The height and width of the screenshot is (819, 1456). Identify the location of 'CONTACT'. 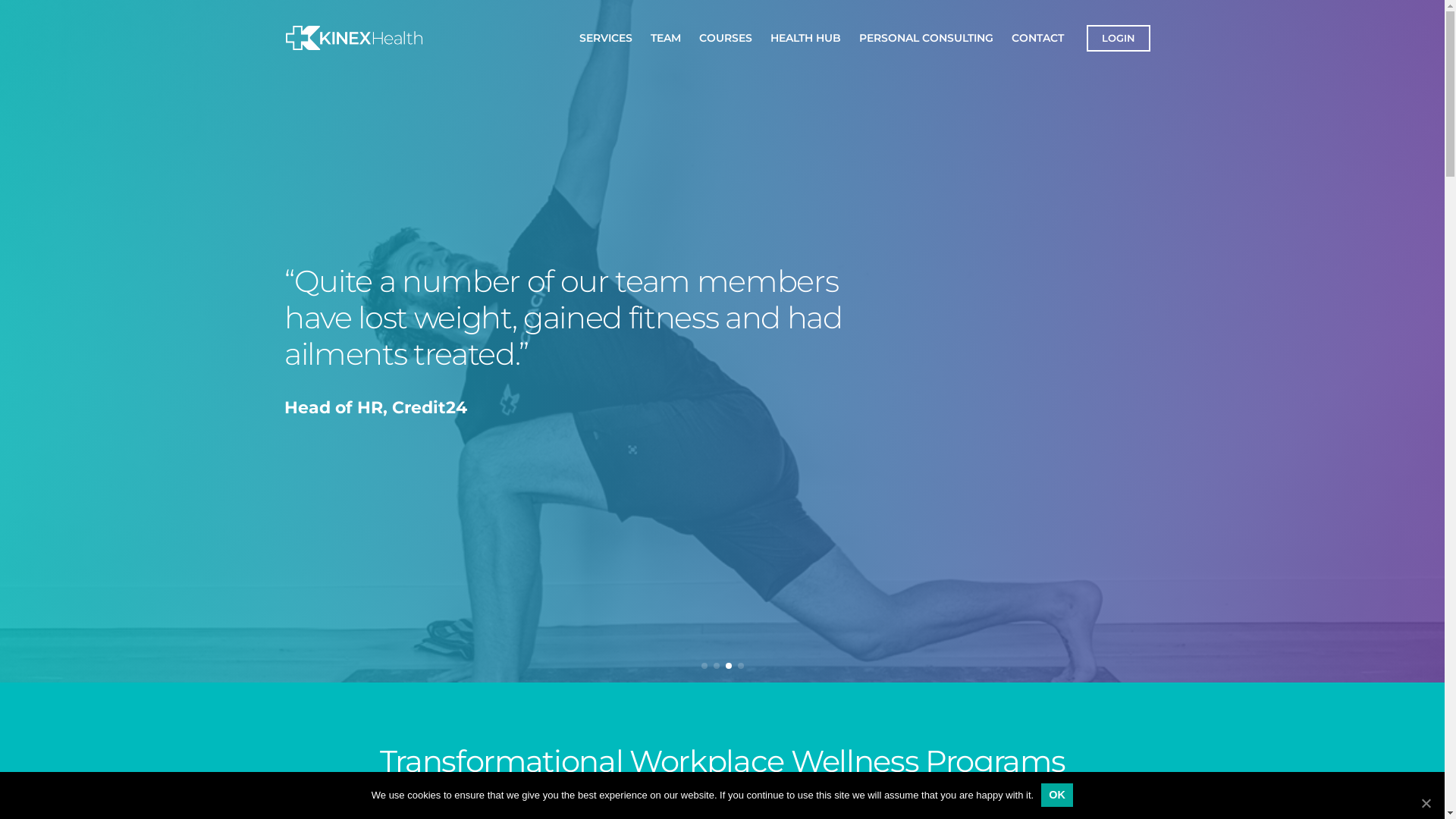
(1037, 36).